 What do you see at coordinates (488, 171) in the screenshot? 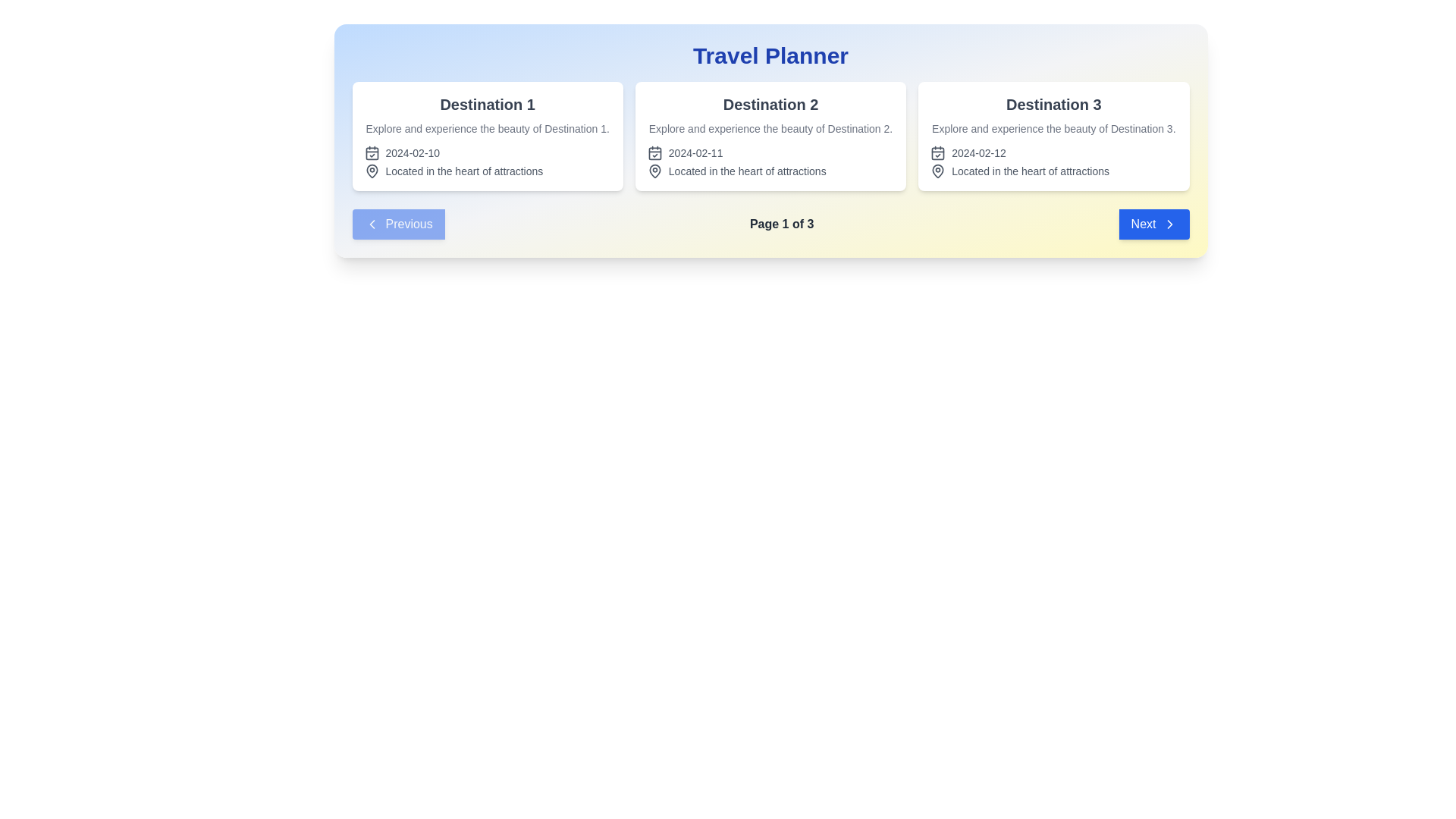
I see `the Text label with an embedded icon that provides contextual information regarding 'Destination 1', located in the bottom portion of the card titled 'Destination 1'` at bounding box center [488, 171].